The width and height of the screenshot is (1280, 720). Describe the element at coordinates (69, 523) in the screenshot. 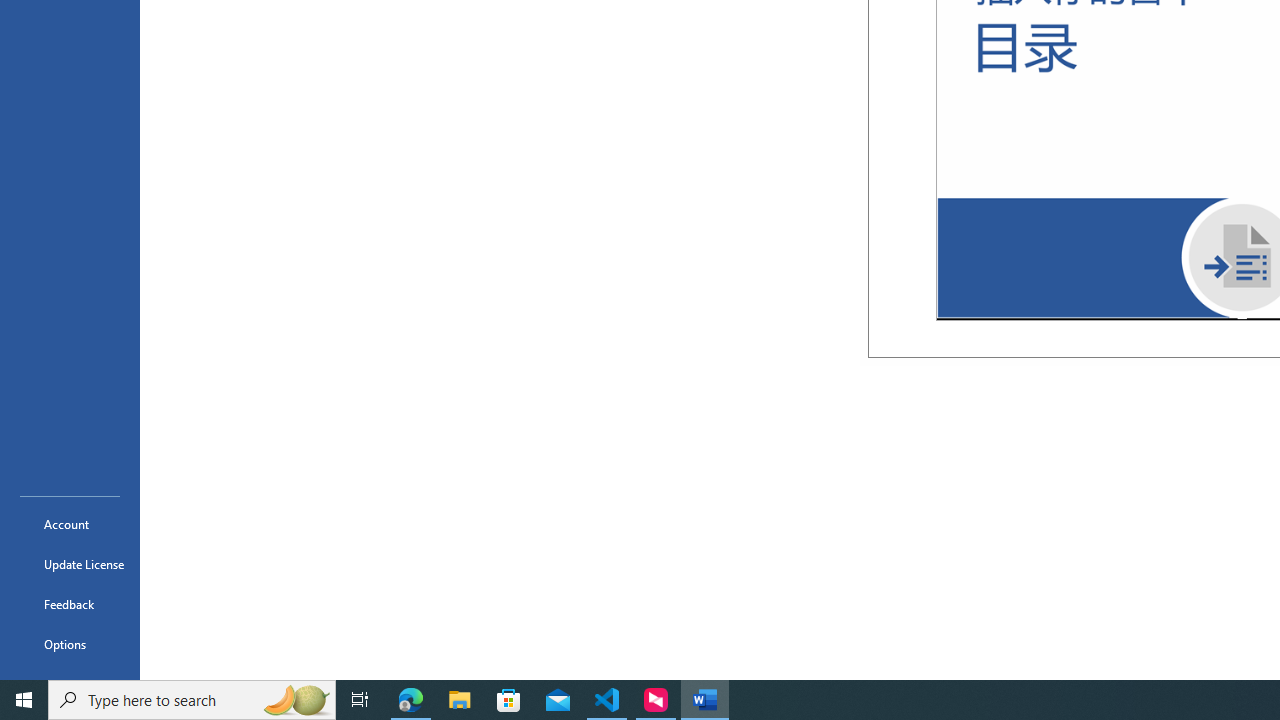

I see `'Account'` at that location.